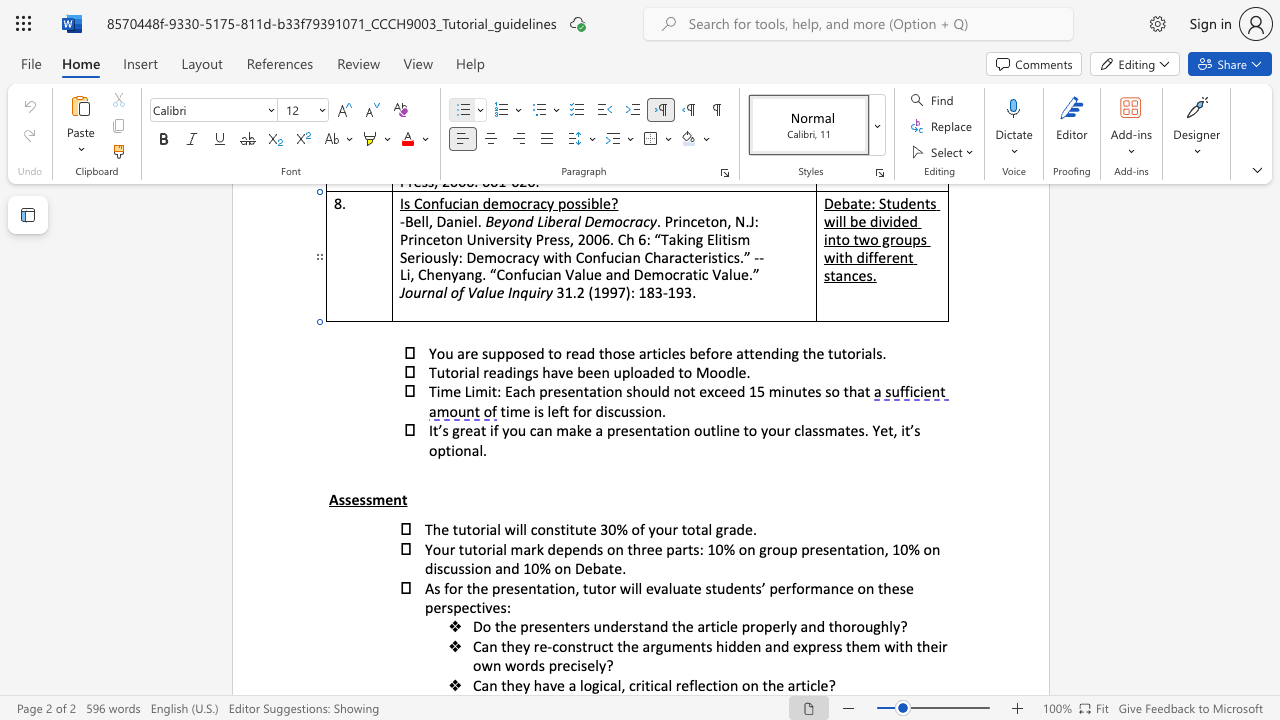 The width and height of the screenshot is (1280, 720). Describe the element at coordinates (605, 684) in the screenshot. I see `the 1th character "c" in the text` at that location.